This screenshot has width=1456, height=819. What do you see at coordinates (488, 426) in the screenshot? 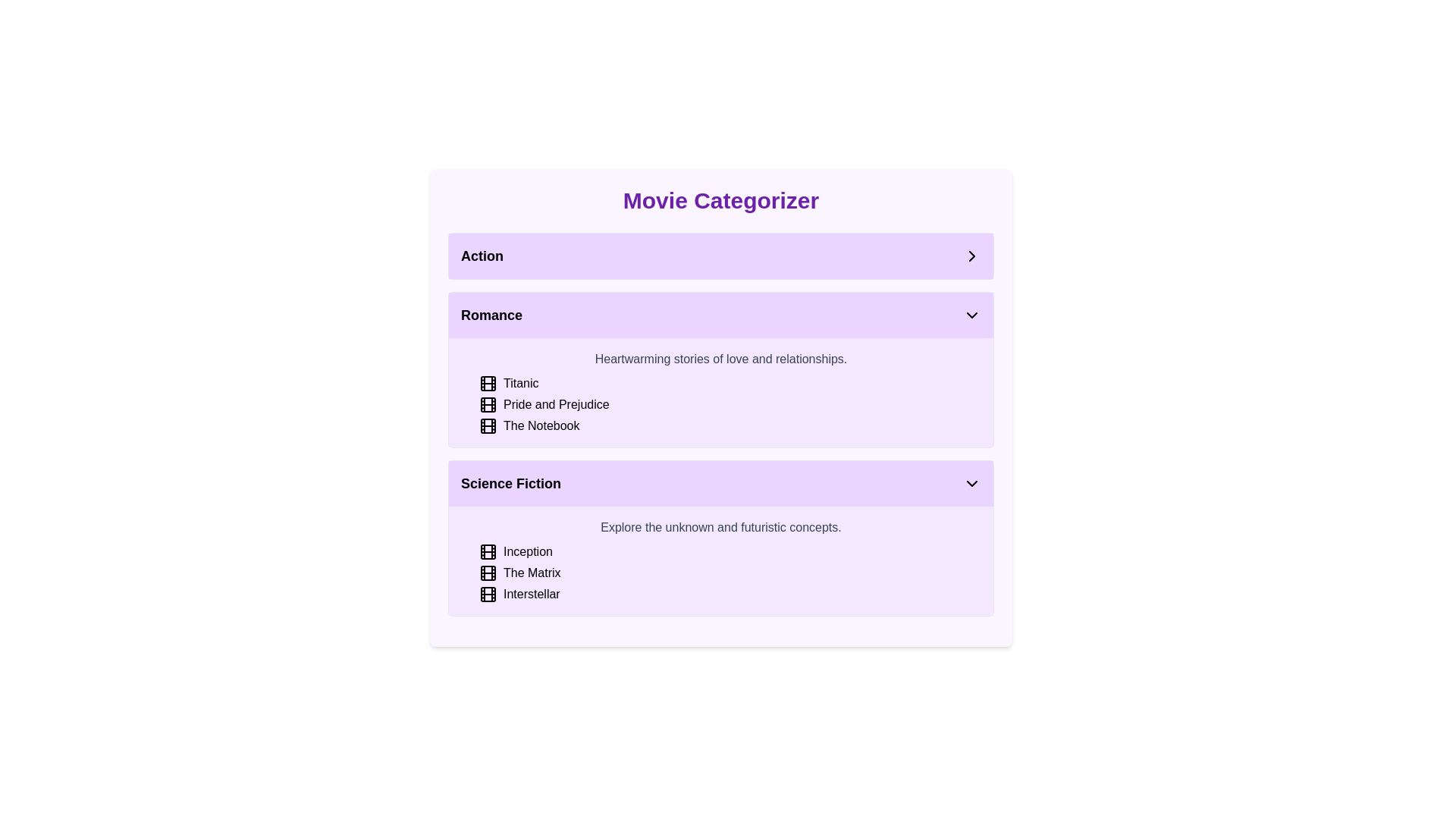
I see `the film icon located in the 'Romance' section preceding the text label of 'The Notebook'` at bounding box center [488, 426].